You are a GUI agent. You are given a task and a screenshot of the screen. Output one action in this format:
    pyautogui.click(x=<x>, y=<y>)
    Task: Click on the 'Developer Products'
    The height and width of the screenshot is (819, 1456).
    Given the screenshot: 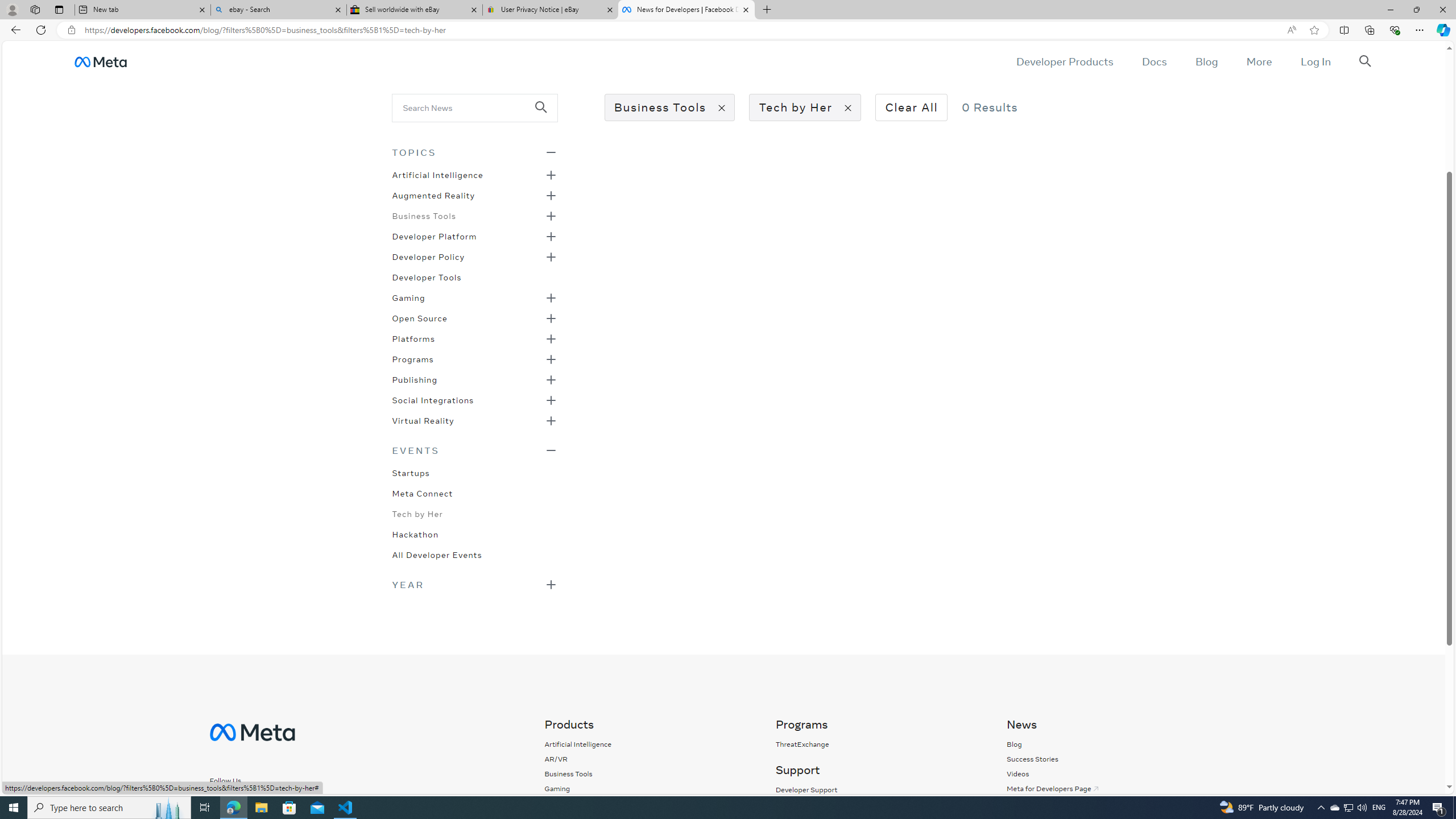 What is the action you would take?
    pyautogui.click(x=1064, y=61)
    